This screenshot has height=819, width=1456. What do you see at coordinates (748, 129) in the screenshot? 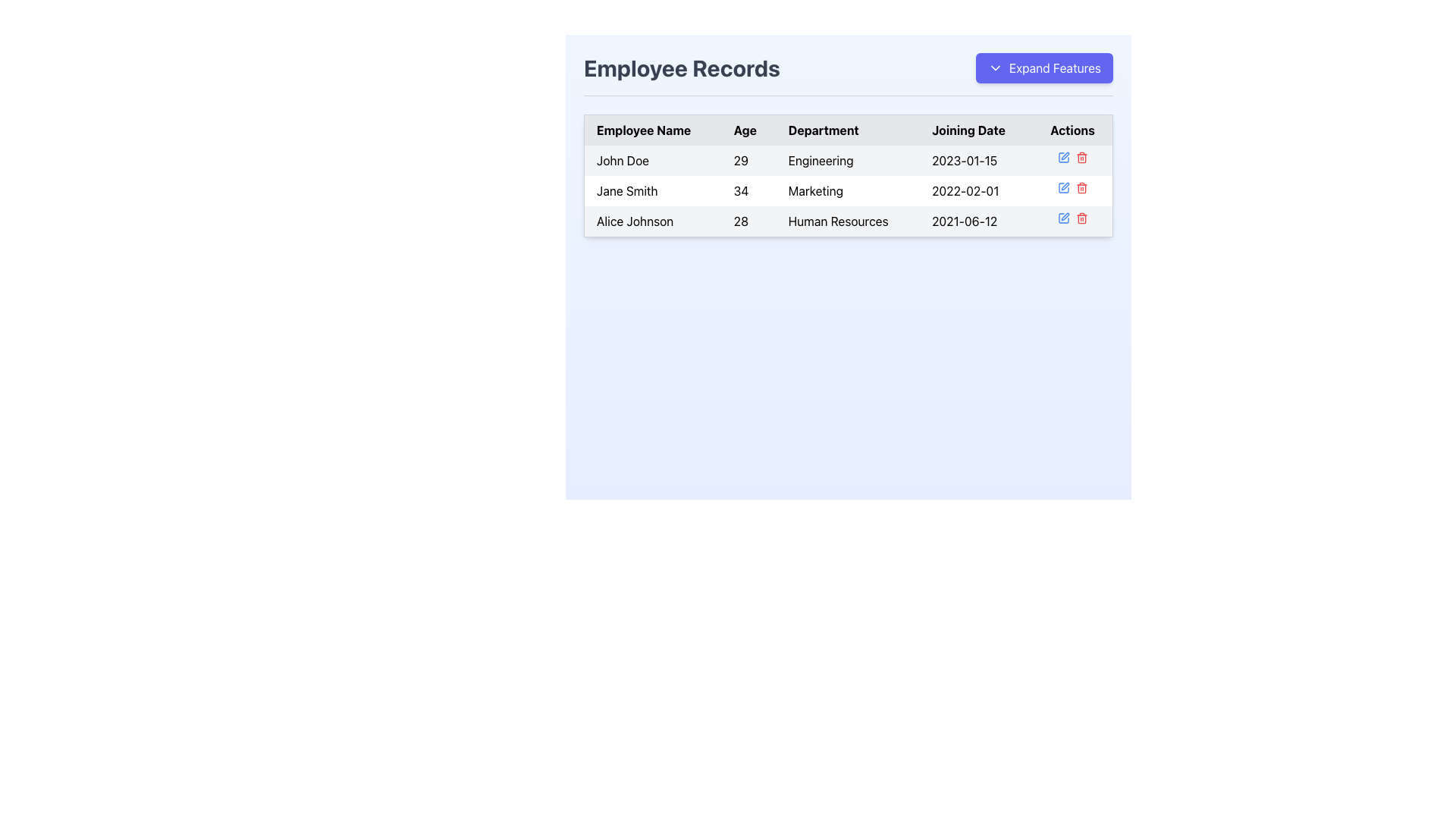
I see `the 'Age' label, which is a bold, centrally aligned text in the second column header of the table, positioned between 'Employee Name' and 'Department'` at bounding box center [748, 129].